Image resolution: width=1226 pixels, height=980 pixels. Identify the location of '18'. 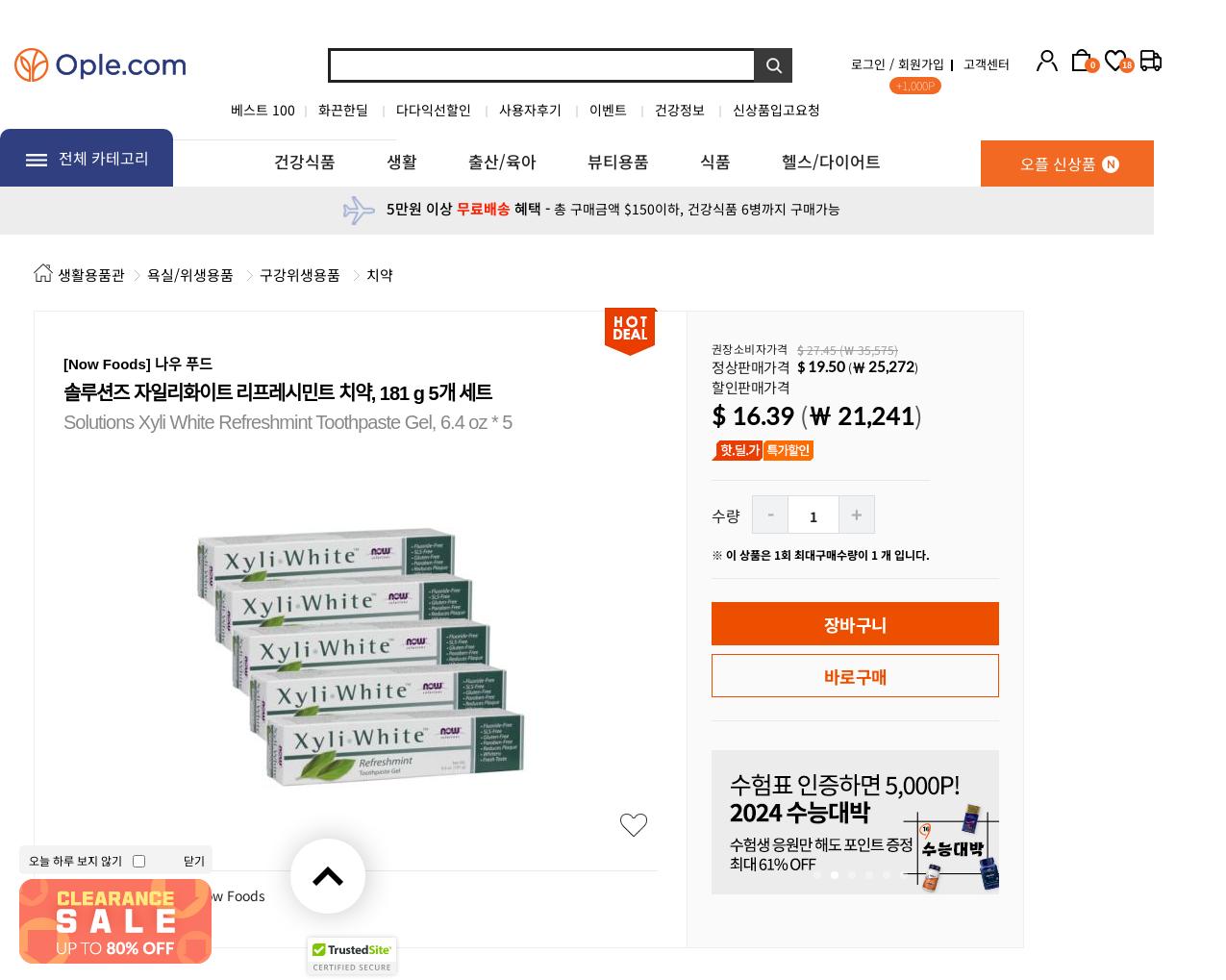
(1125, 63).